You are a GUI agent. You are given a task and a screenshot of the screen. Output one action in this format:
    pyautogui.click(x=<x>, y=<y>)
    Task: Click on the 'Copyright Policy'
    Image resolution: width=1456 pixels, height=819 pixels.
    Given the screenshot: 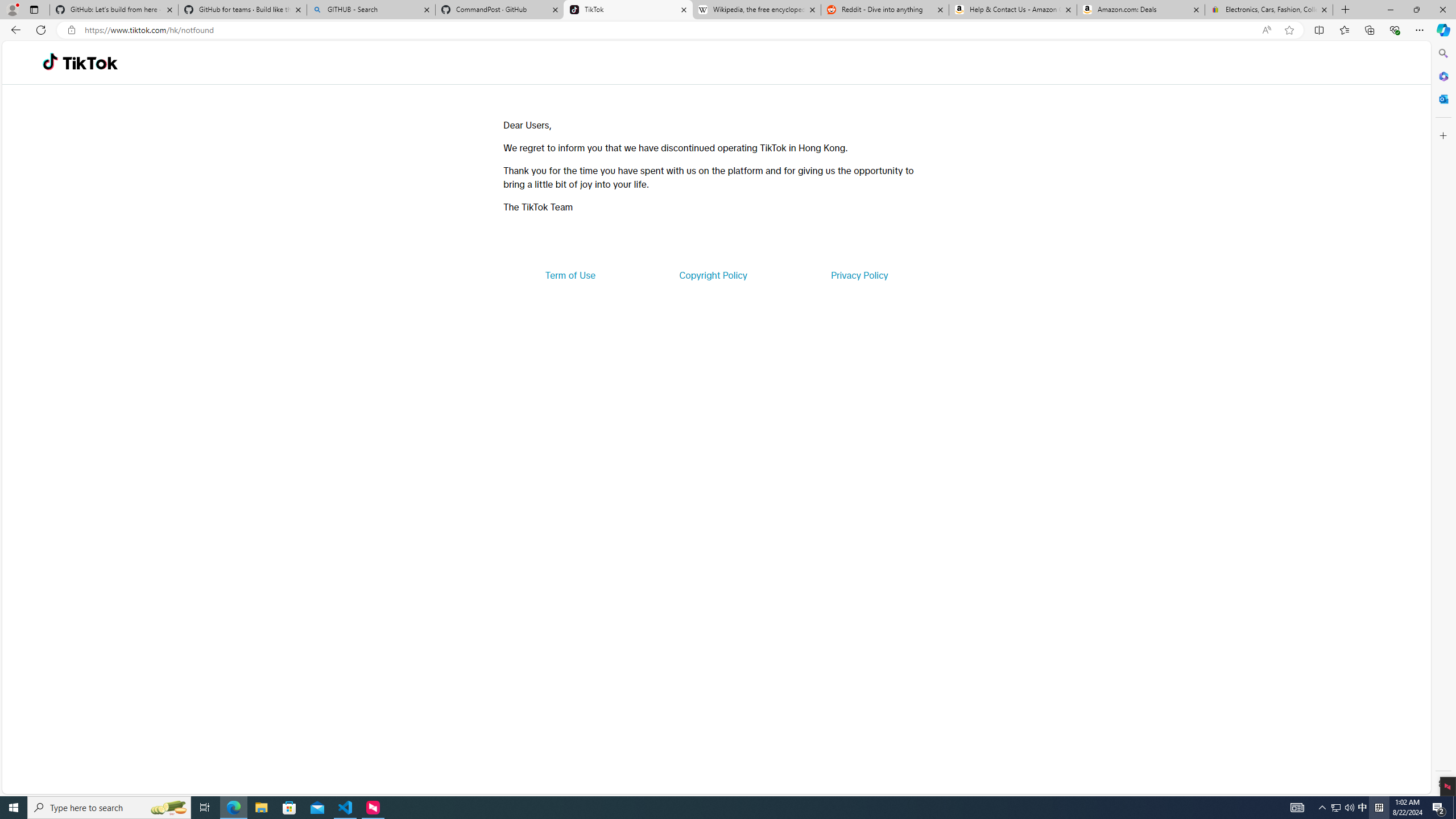 What is the action you would take?
    pyautogui.click(x=712, y=274)
    